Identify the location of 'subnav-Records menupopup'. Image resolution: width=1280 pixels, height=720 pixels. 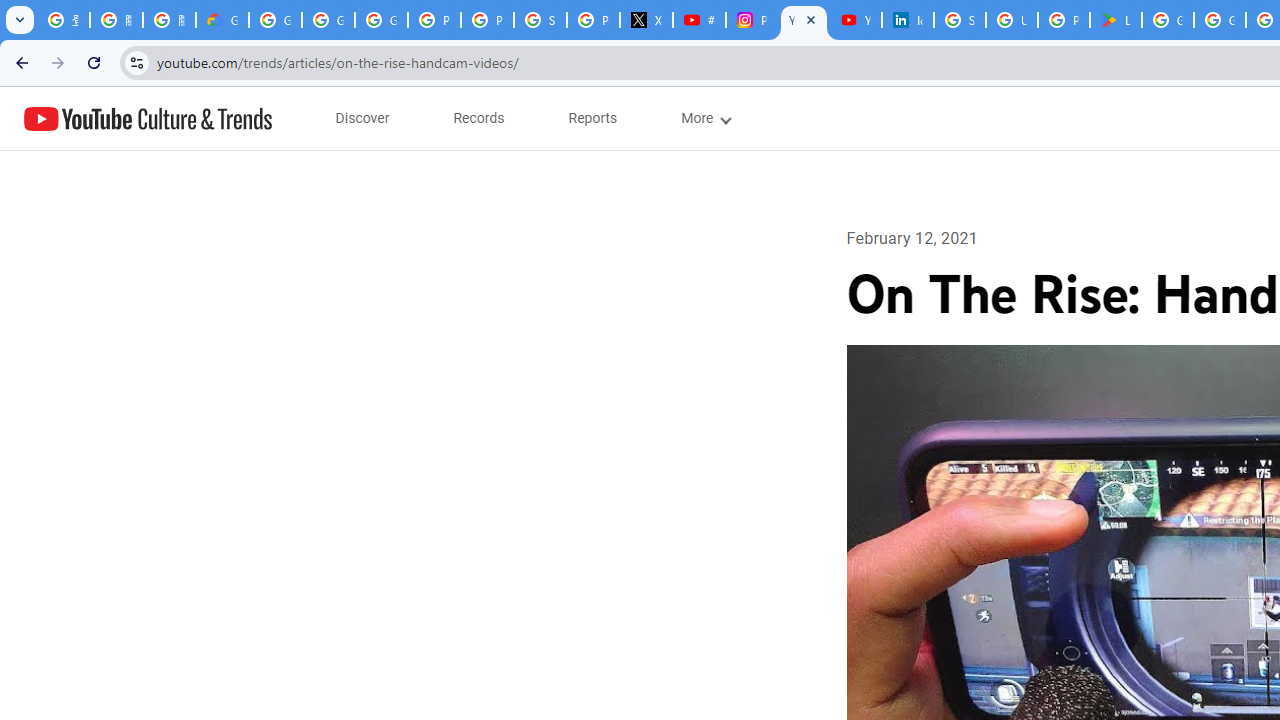
(478, 118).